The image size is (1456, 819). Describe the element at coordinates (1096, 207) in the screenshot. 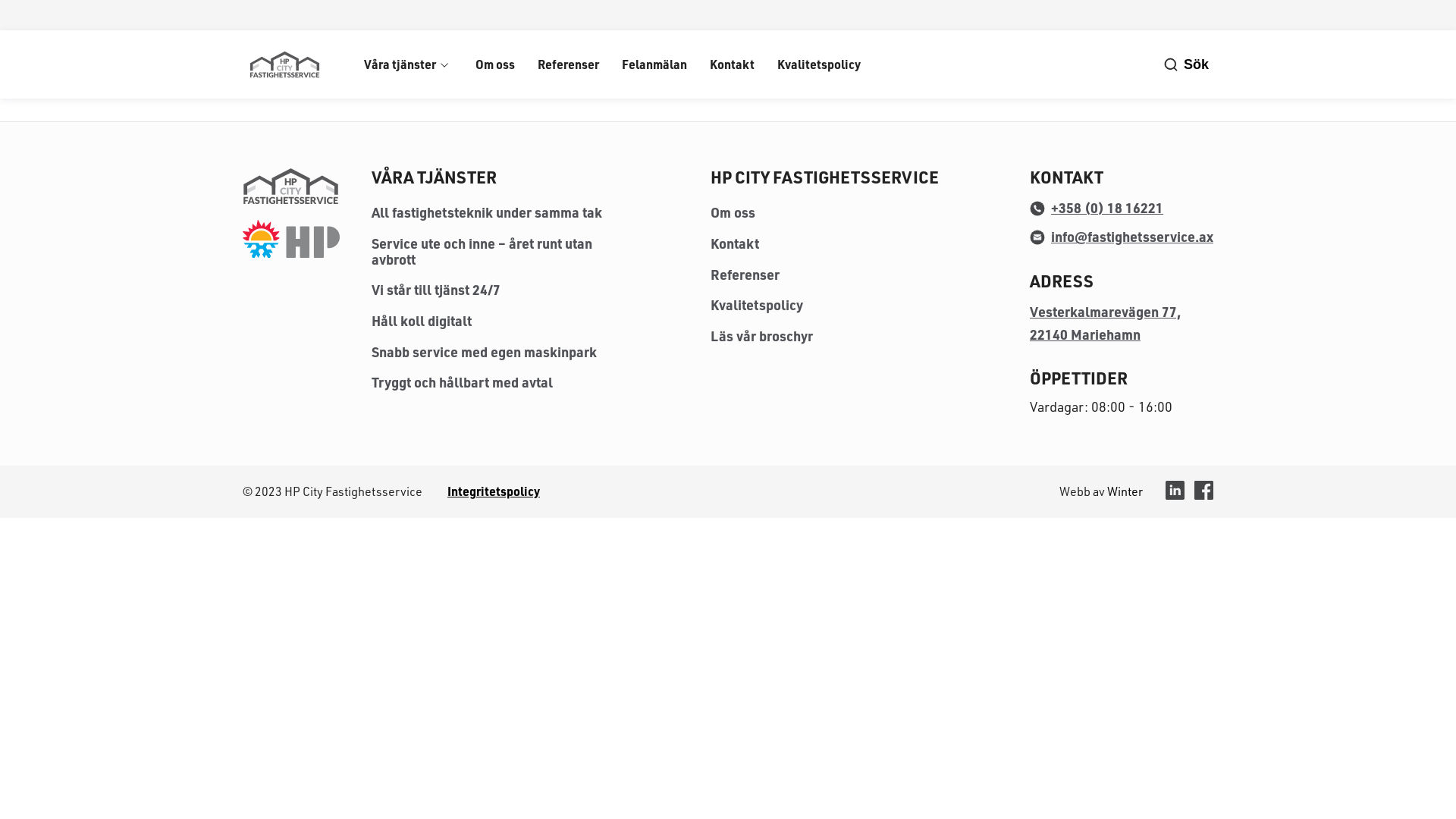

I see `'+358 (0) 18 16221'` at that location.